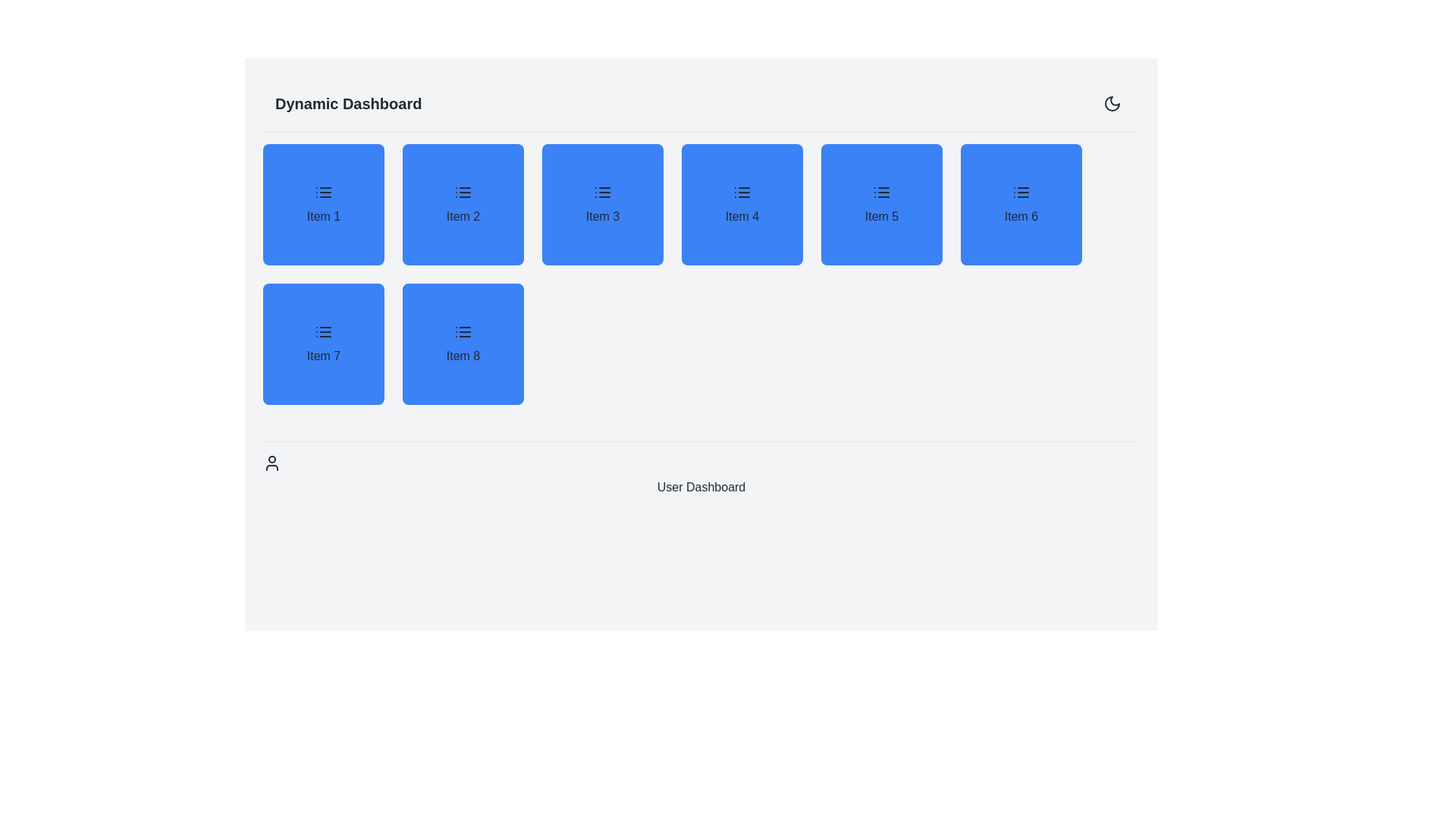 The height and width of the screenshot is (819, 1456). Describe the element at coordinates (323, 205) in the screenshot. I see `the 'Item 1' button located in the first row and first column of the grid, immediately to the right of the 'Dynamic Dashboard' heading, to interact with it` at that location.